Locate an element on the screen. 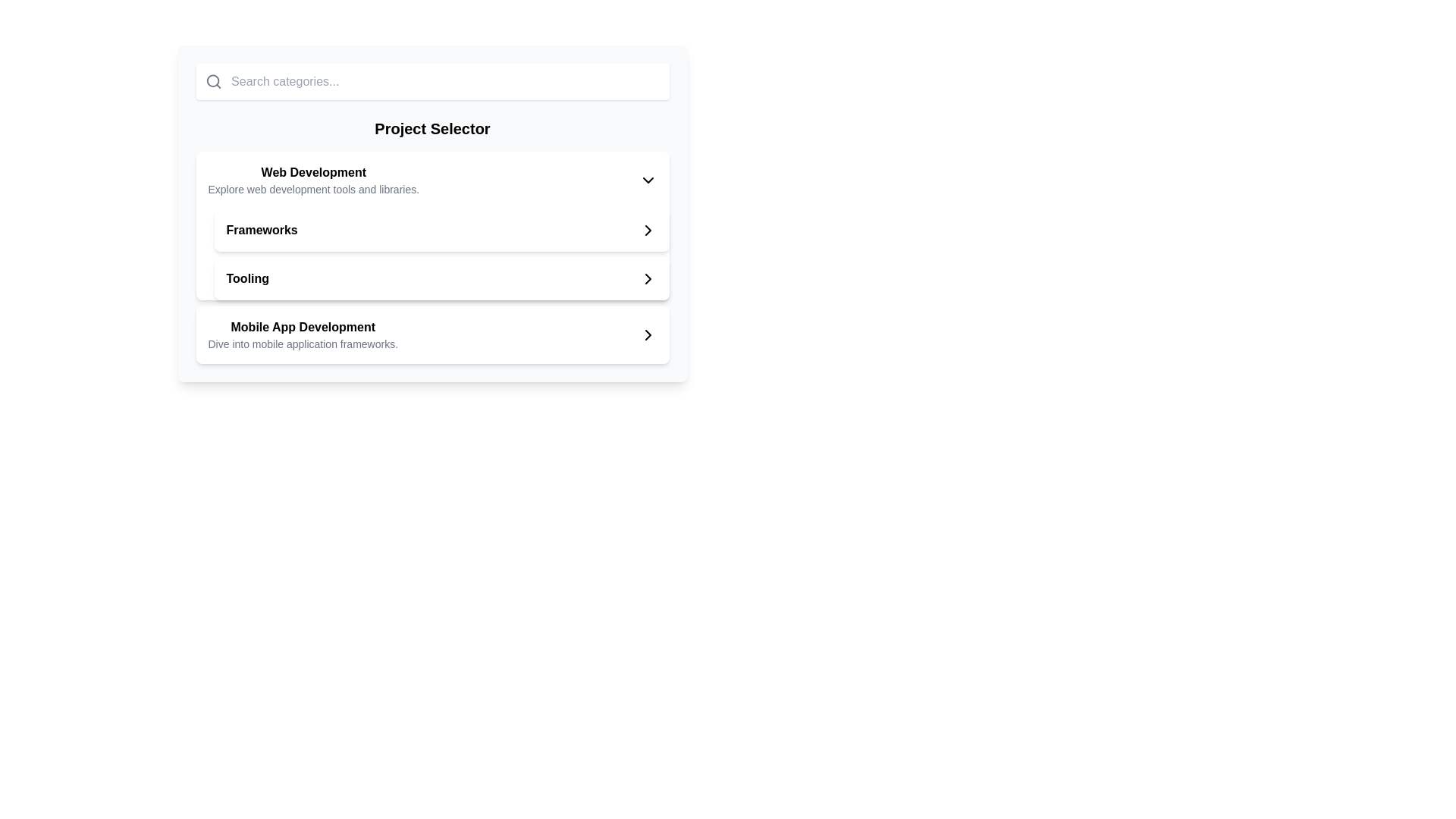 Image resolution: width=1456 pixels, height=819 pixels. the chevron icon located at the right end of the 'Tooling' menu item in the 'Project Selector' menu to expand or access more details is located at coordinates (648, 278).